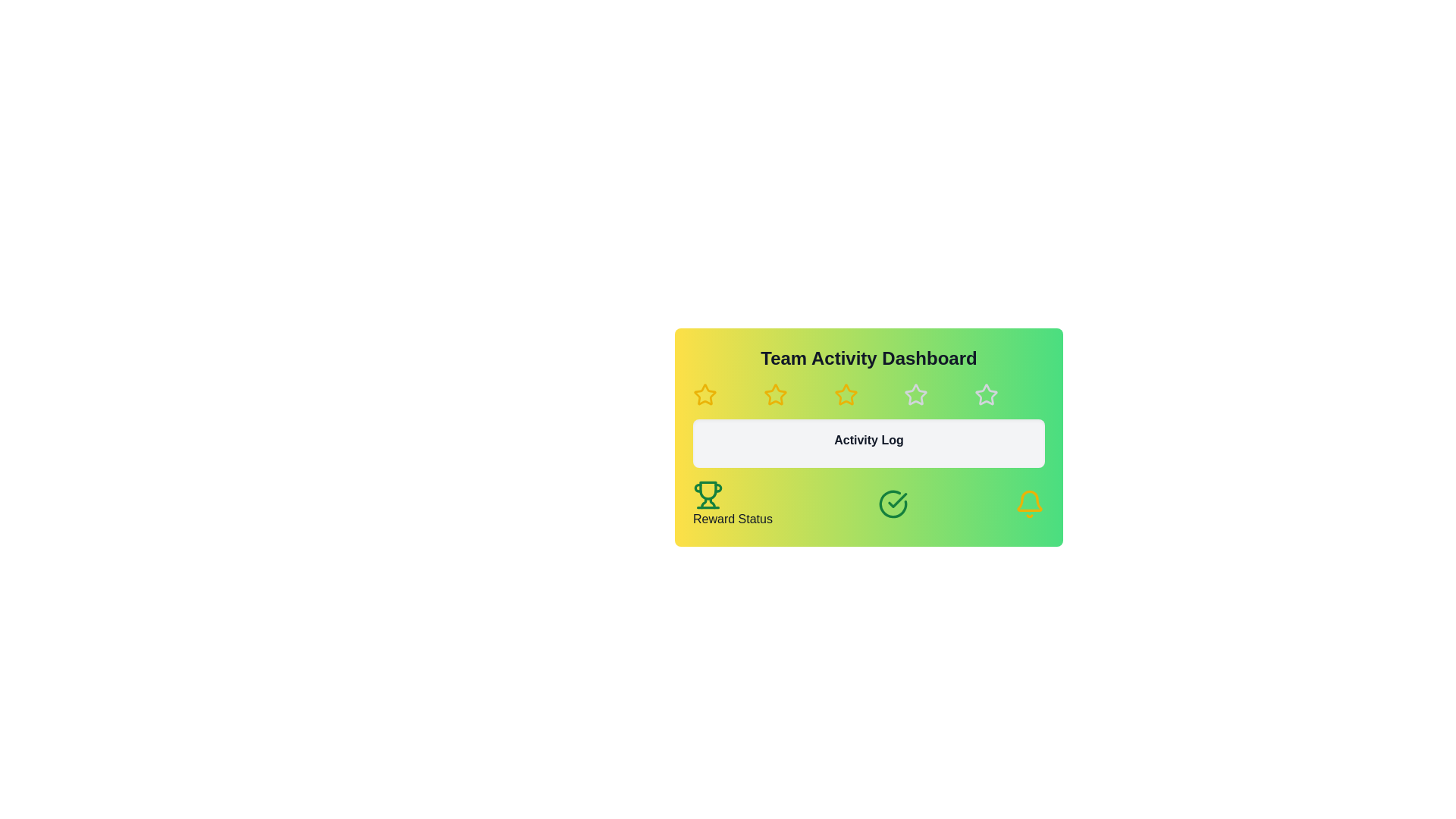 This screenshot has height=819, width=1456. What do you see at coordinates (1030, 500) in the screenshot?
I see `the iconic bell shape element located at the bottom-right corner of the 'Team Activity Dashboard' panel, styled with bright yellow and green hues` at bounding box center [1030, 500].